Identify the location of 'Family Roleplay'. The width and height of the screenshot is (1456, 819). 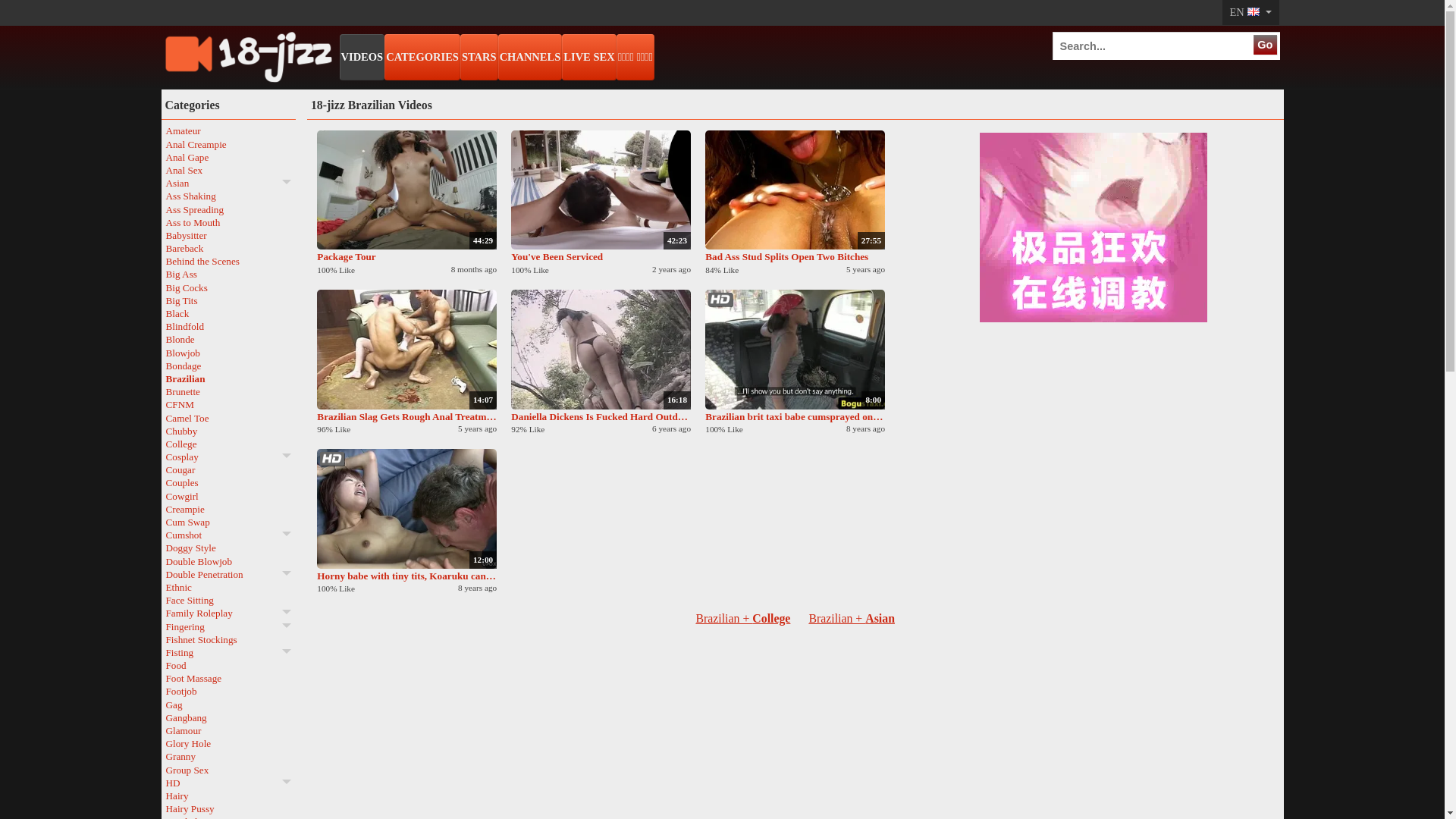
(227, 612).